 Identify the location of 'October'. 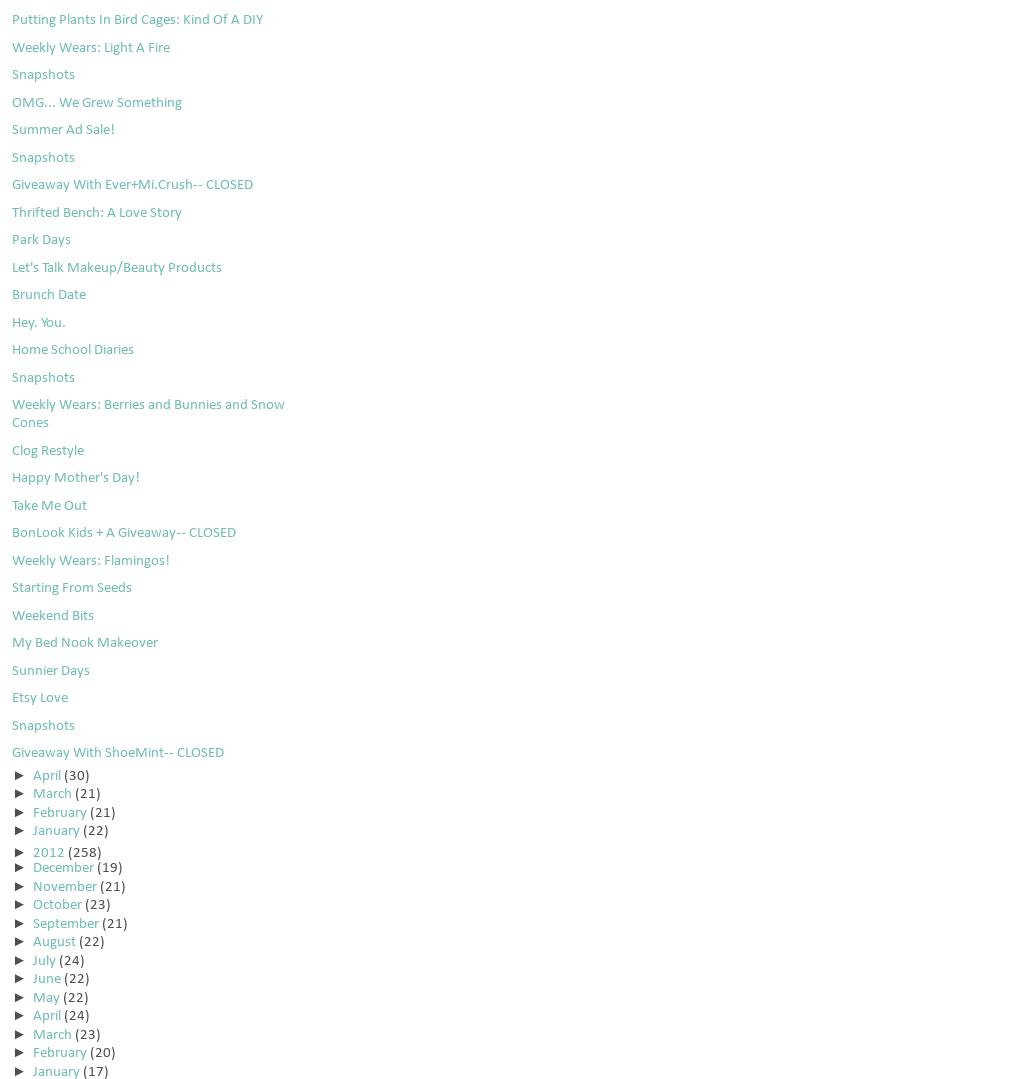
(57, 904).